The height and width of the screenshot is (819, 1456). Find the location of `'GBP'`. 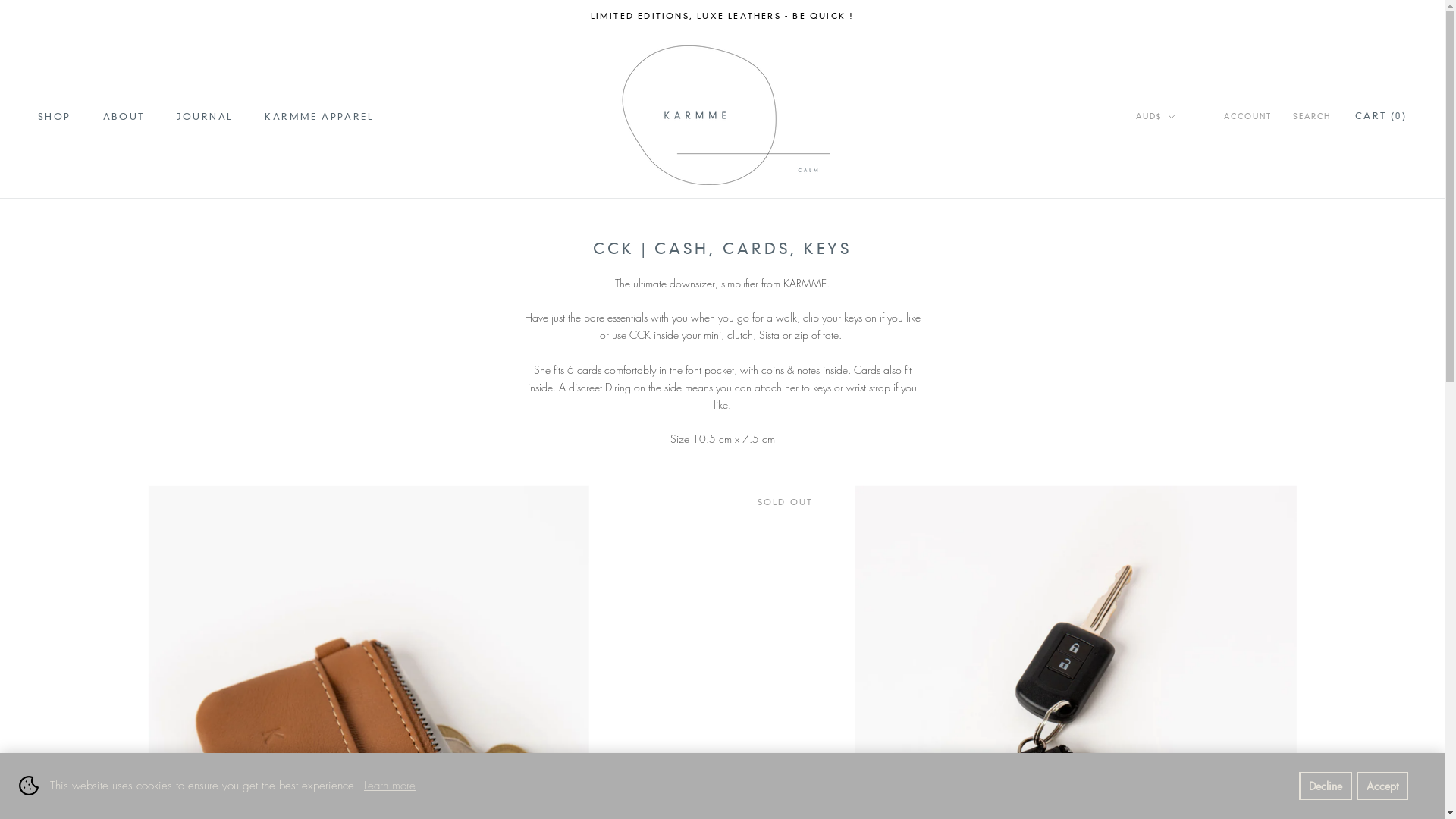

'GBP' is located at coordinates (1175, 168).